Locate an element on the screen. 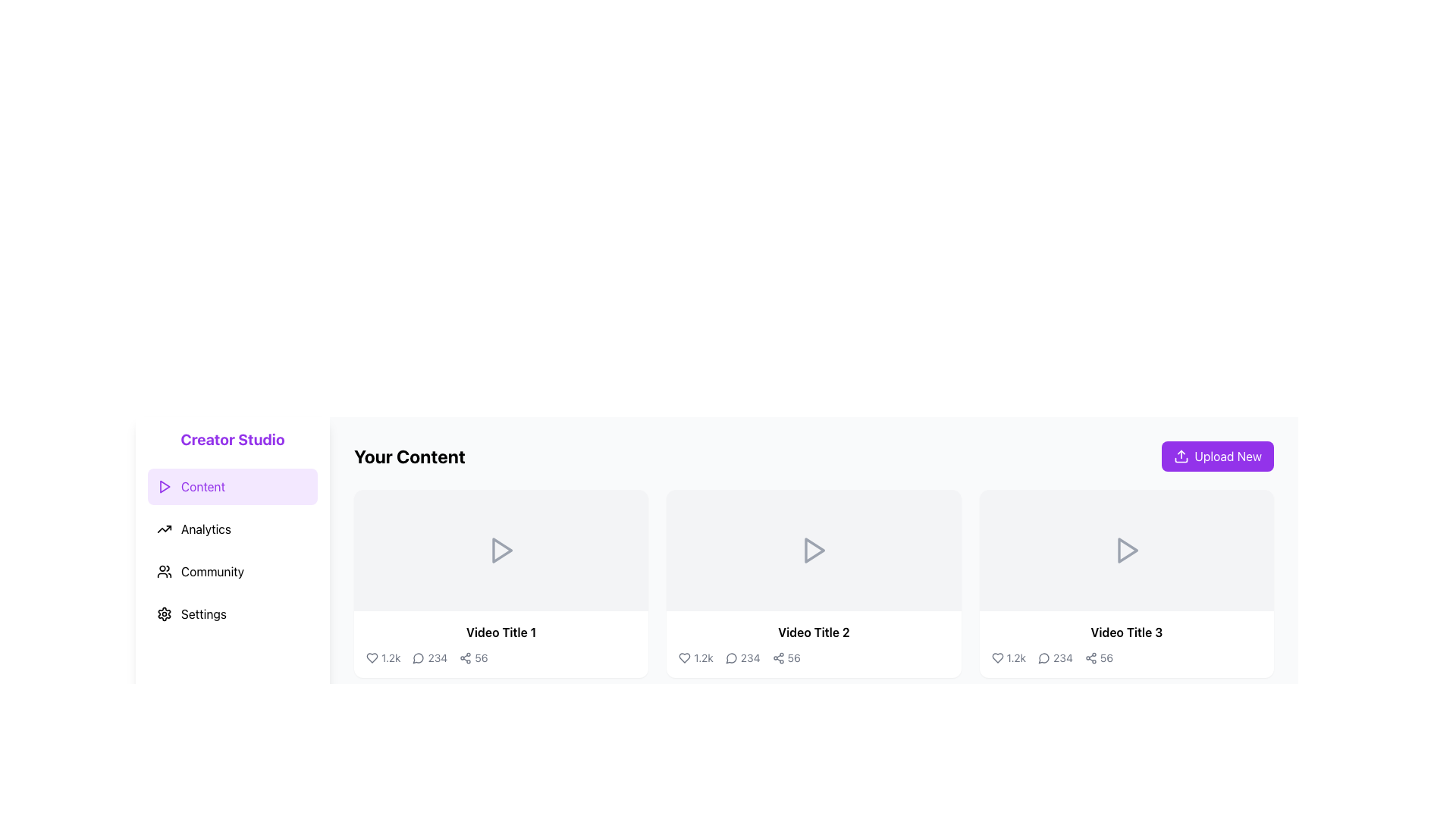 The height and width of the screenshot is (819, 1456). the upload button located at the top-right corner of the content area, adjacent to the title text 'Your Content' is located at coordinates (1217, 455).